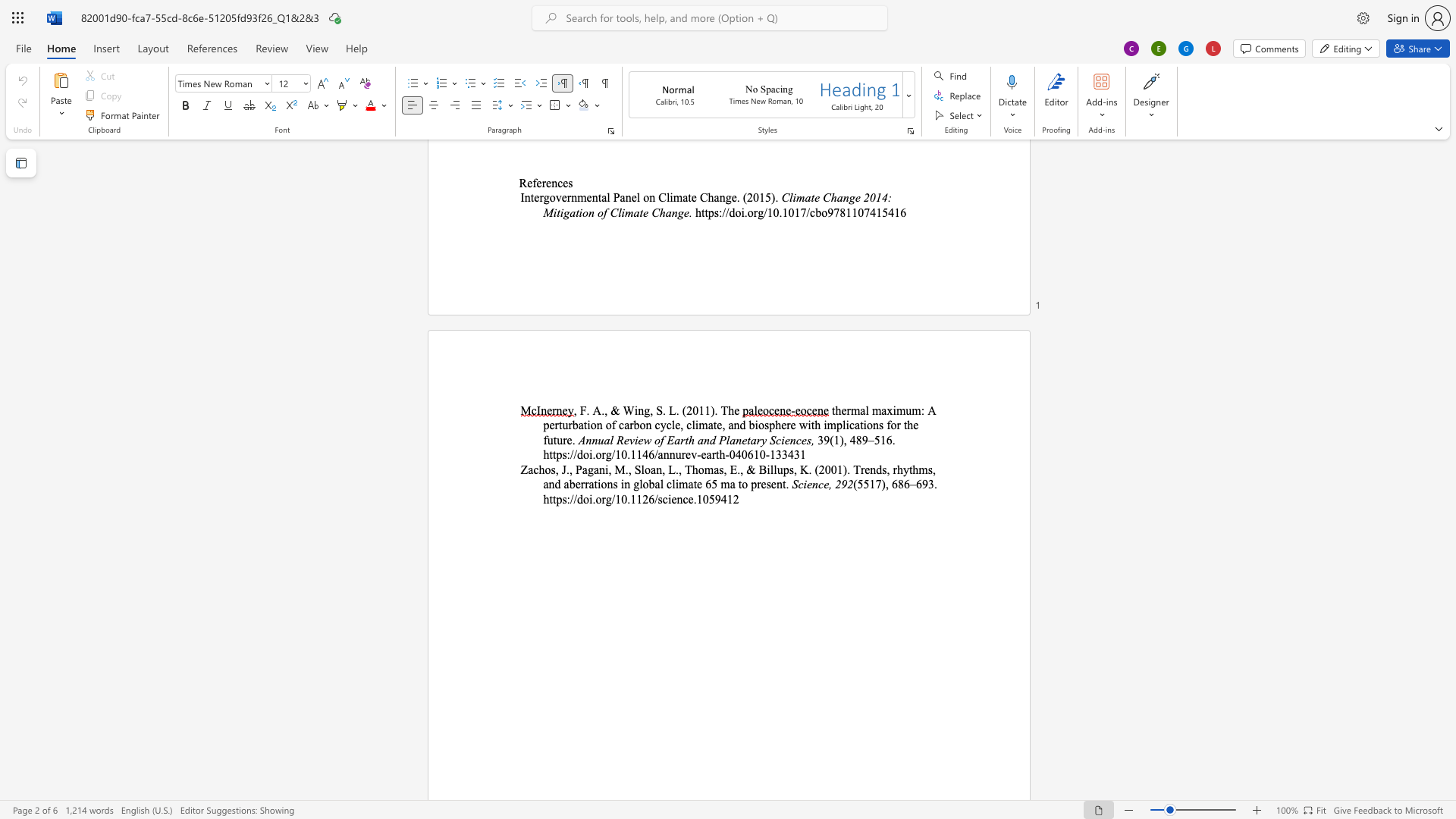 This screenshot has height=819, width=1456. I want to click on the 6th character "a" in the text, so click(733, 484).